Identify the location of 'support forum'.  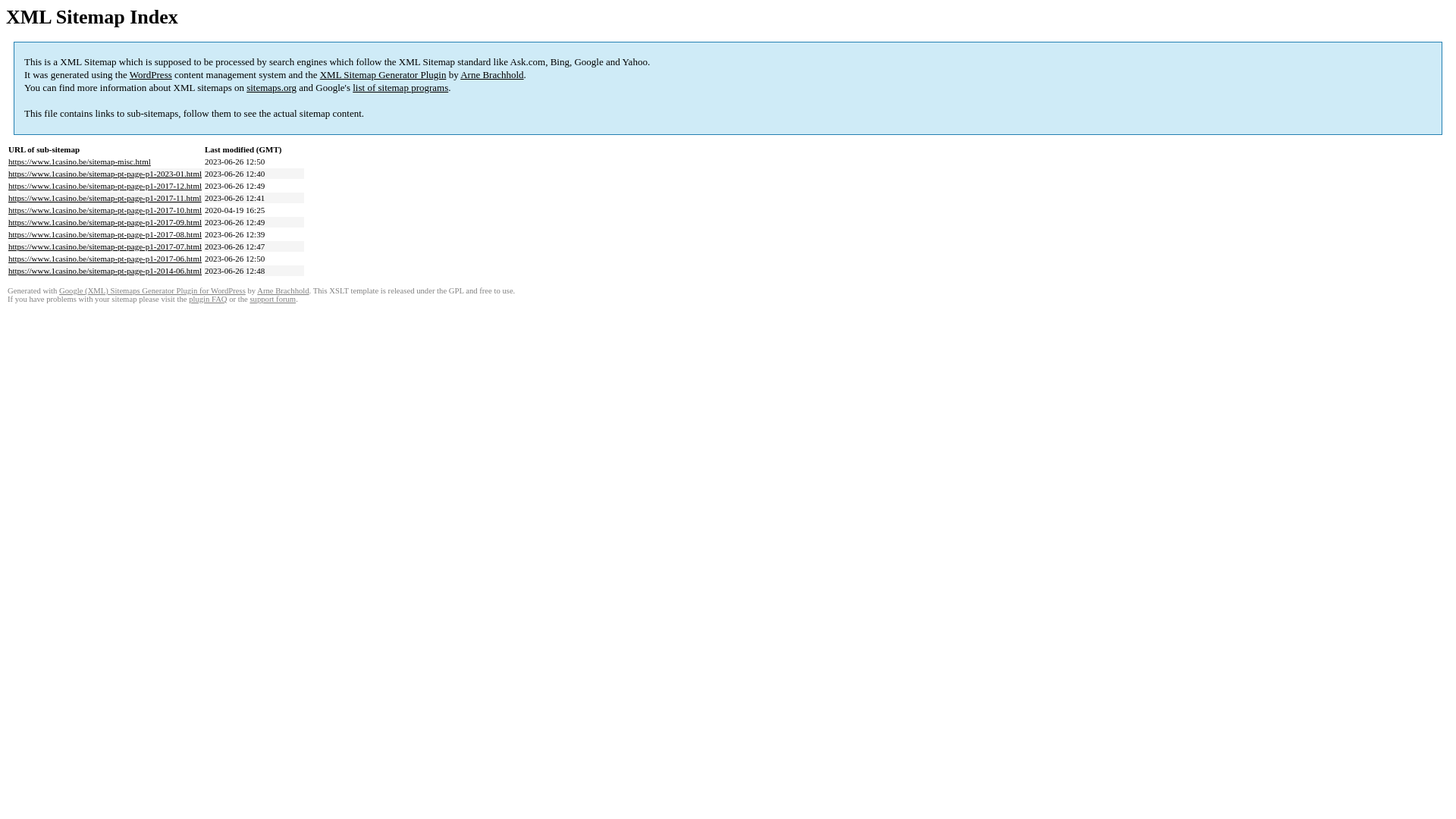
(272, 299).